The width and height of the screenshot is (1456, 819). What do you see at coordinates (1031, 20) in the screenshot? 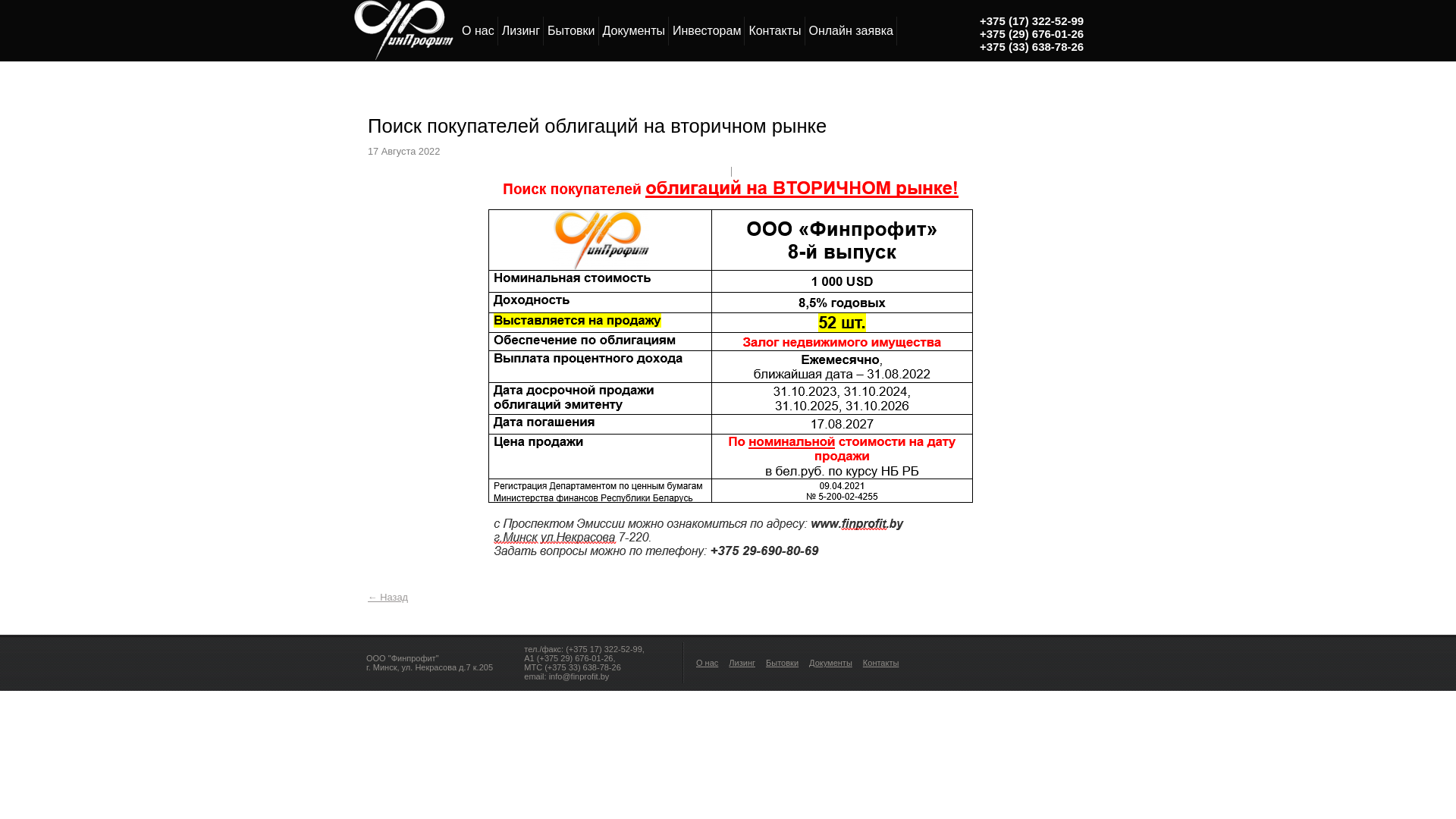
I see `'+375 (17) 322-52-99'` at bounding box center [1031, 20].